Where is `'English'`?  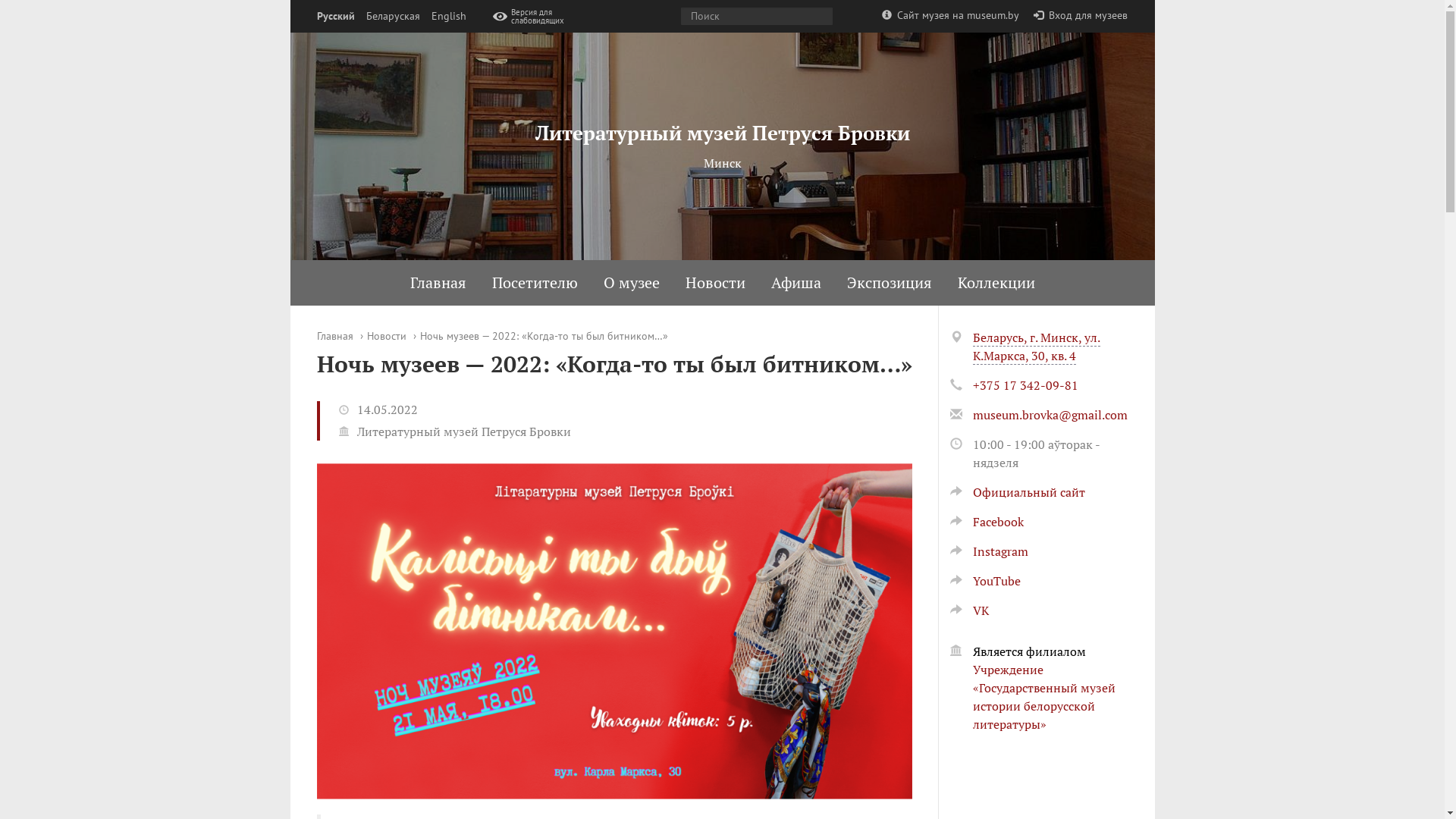 'English' is located at coordinates (429, 16).